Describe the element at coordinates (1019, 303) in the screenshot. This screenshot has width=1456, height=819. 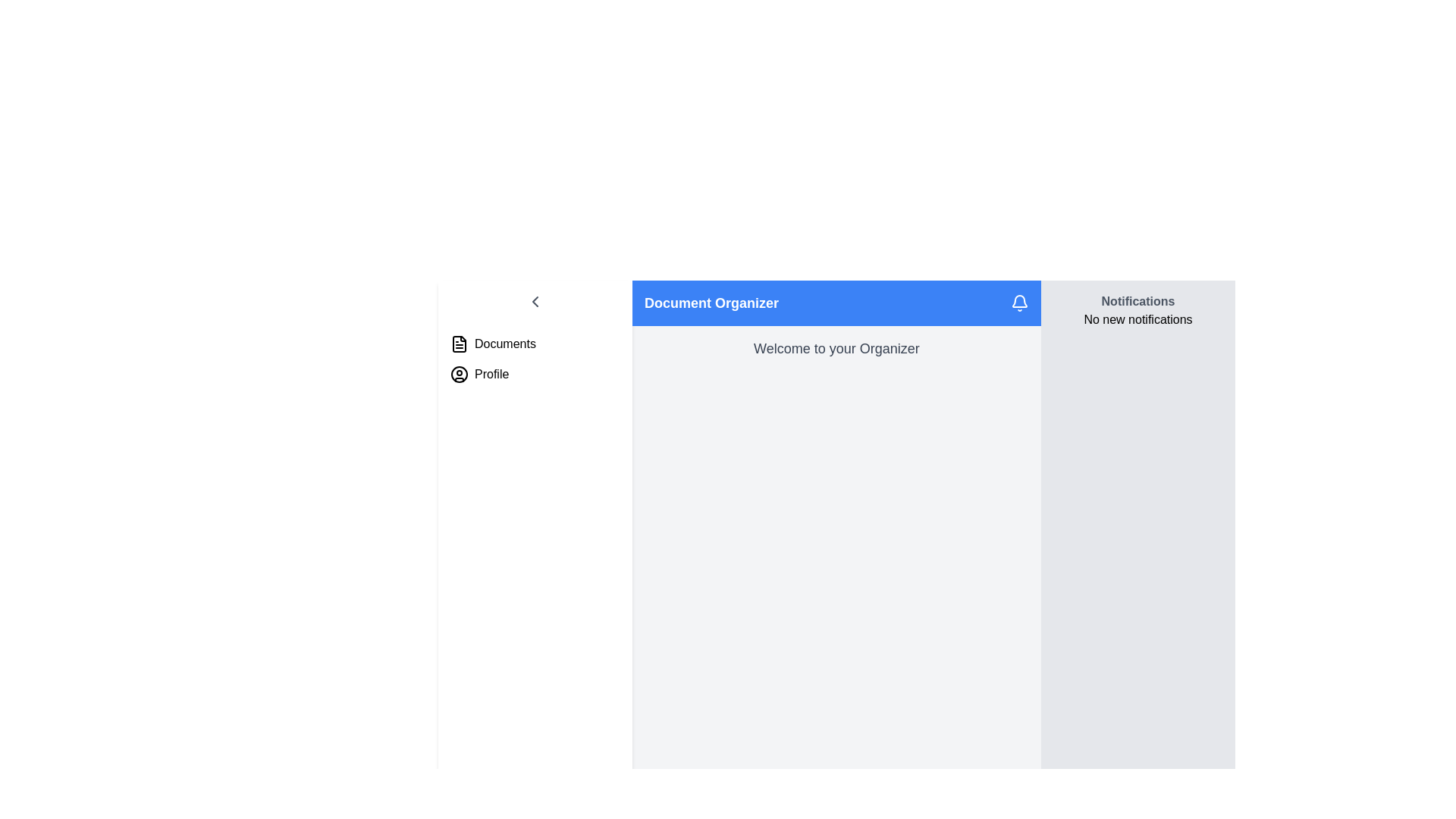
I see `the notification bell icon` at that location.